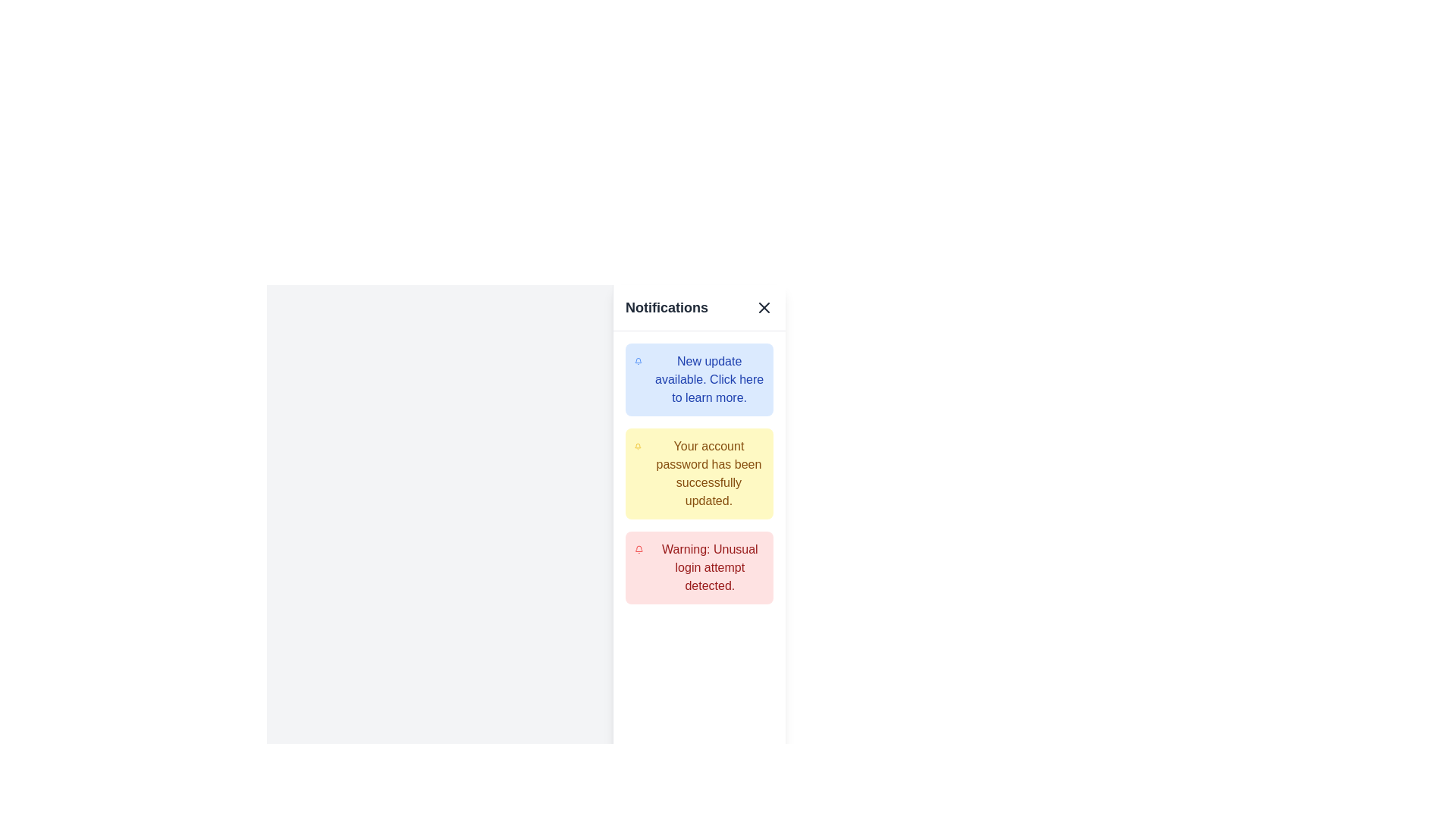 Image resolution: width=1456 pixels, height=819 pixels. Describe the element at coordinates (708, 472) in the screenshot. I see `the Text Label that notifies users about the successful update of their account password, which is positioned under a blue notification box and above a red notification box` at that location.